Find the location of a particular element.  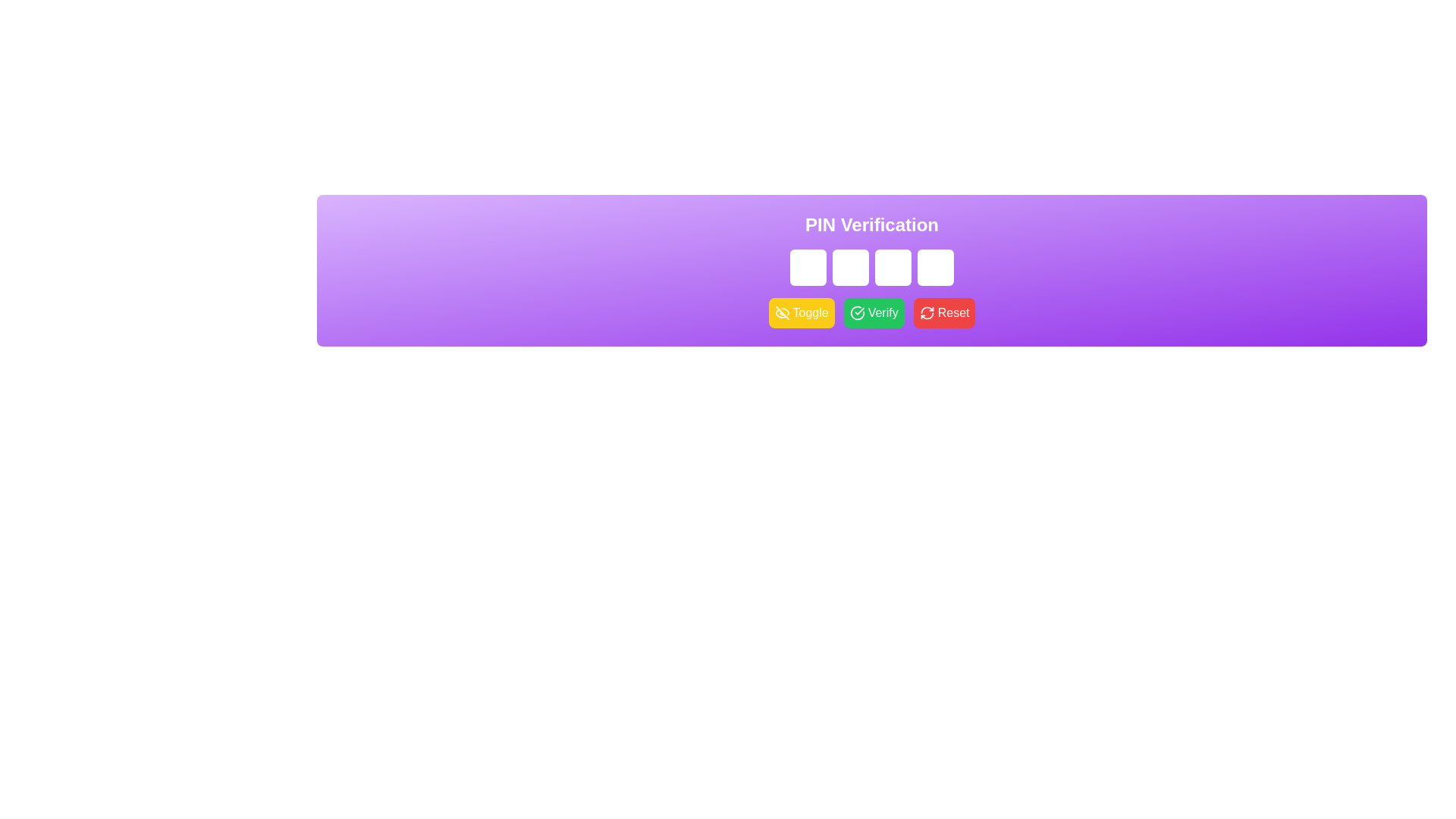

the second password input field in the PIN Verification section to trigger any visual effects is located at coordinates (851, 267).